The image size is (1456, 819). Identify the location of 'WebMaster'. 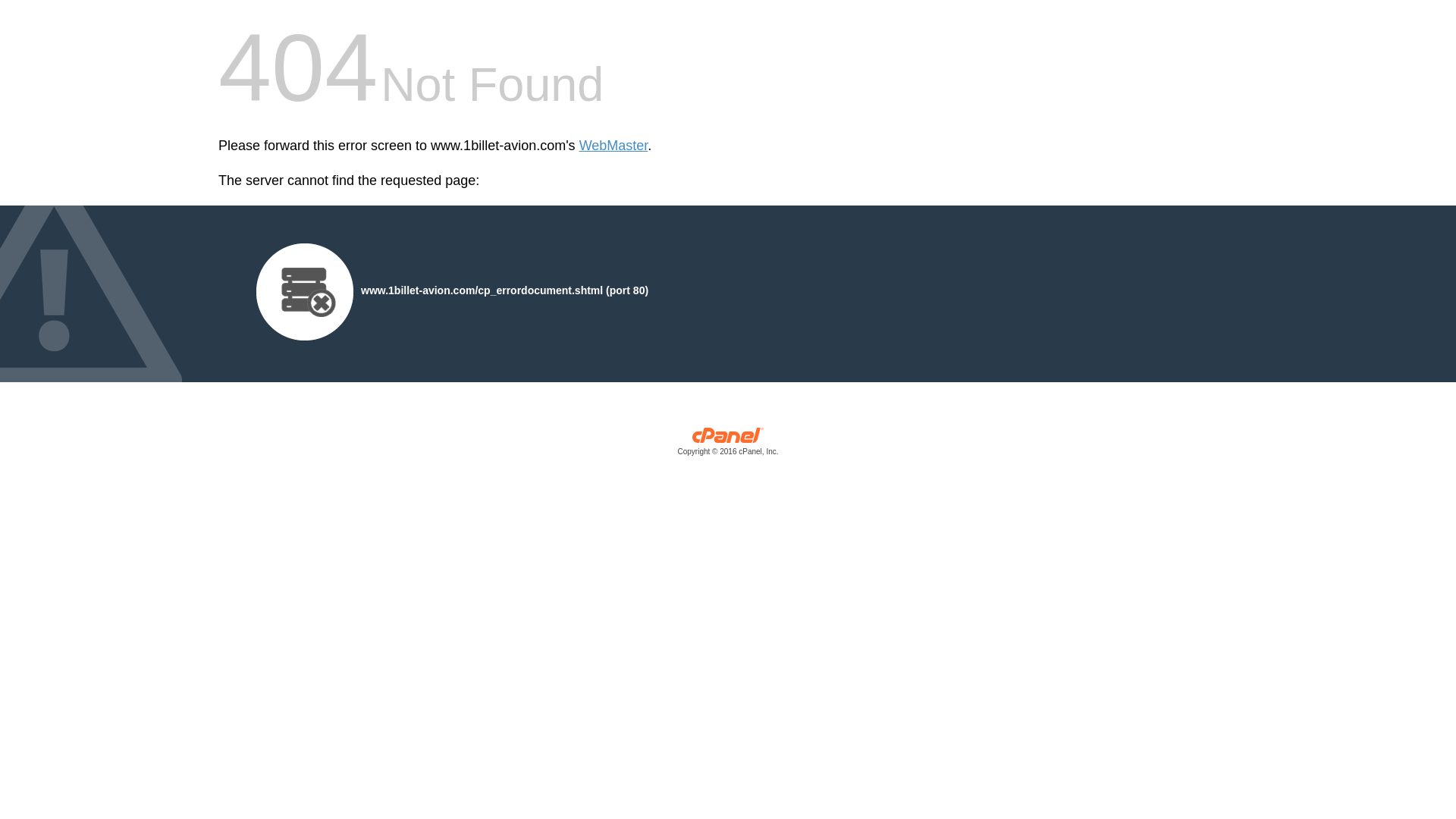
(613, 146).